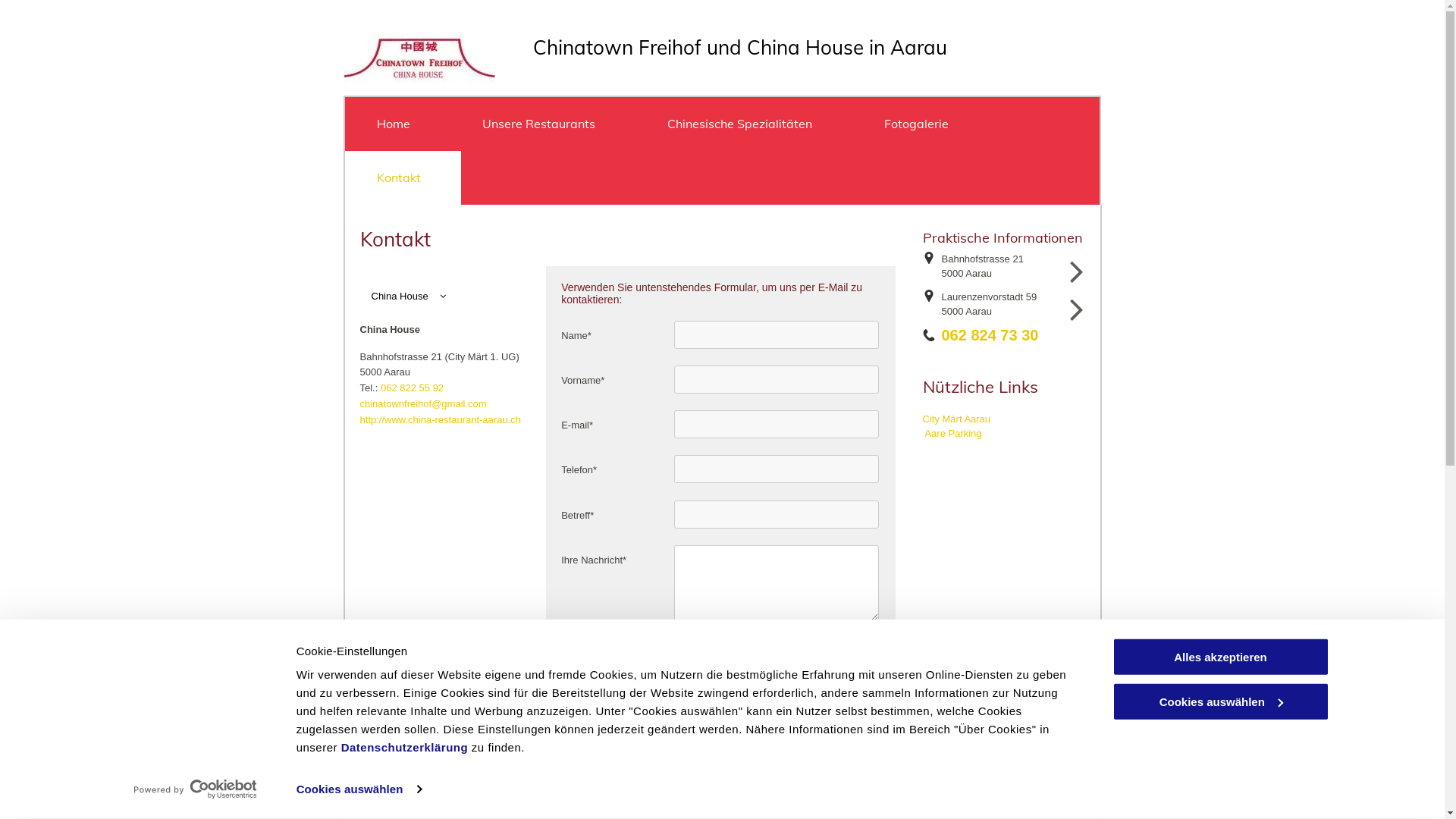 This screenshot has width=1456, height=819. Describe the element at coordinates (941, 334) in the screenshot. I see `'062 824 73 30'` at that location.